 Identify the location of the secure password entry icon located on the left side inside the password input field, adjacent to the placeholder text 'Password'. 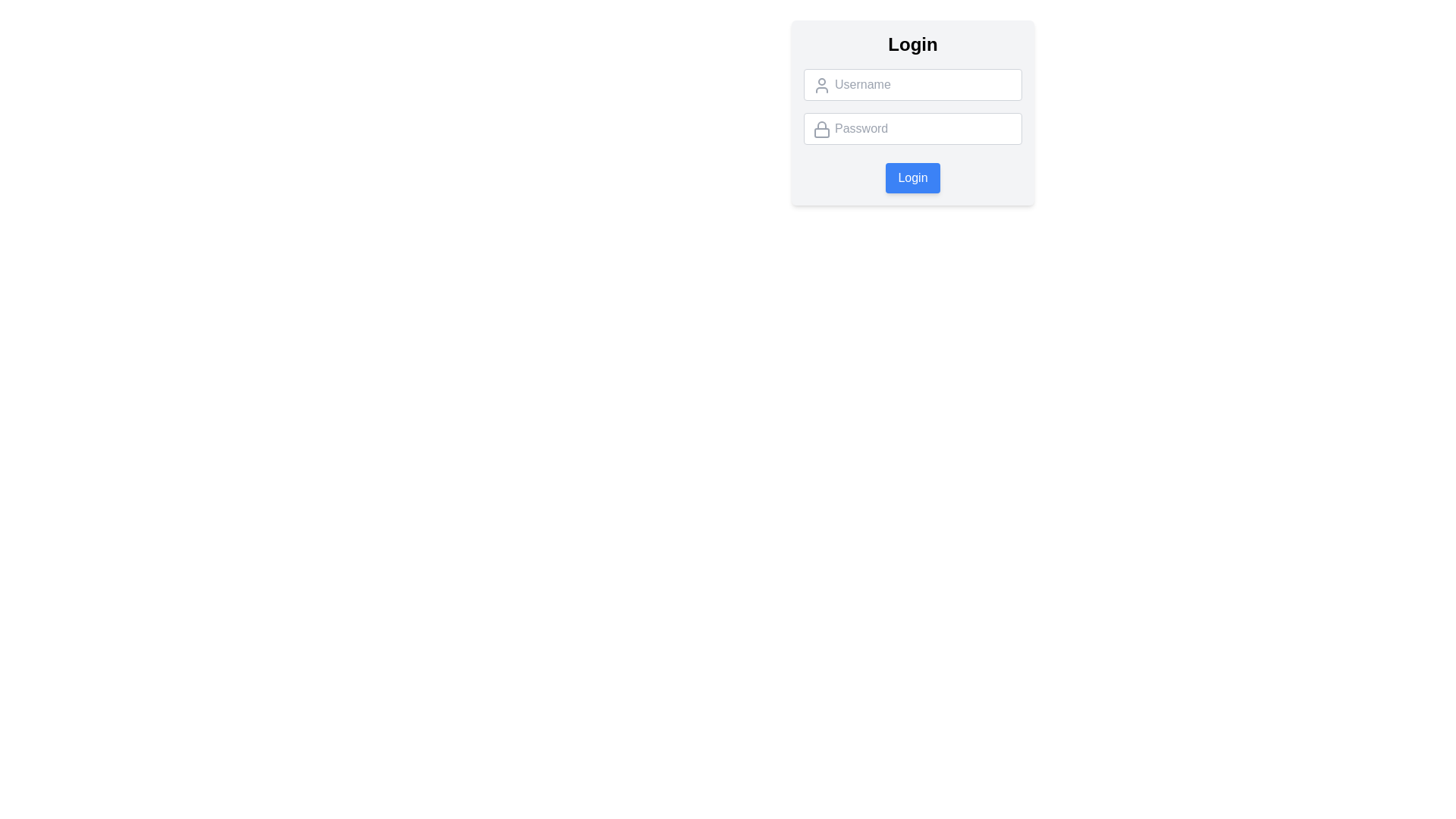
(821, 128).